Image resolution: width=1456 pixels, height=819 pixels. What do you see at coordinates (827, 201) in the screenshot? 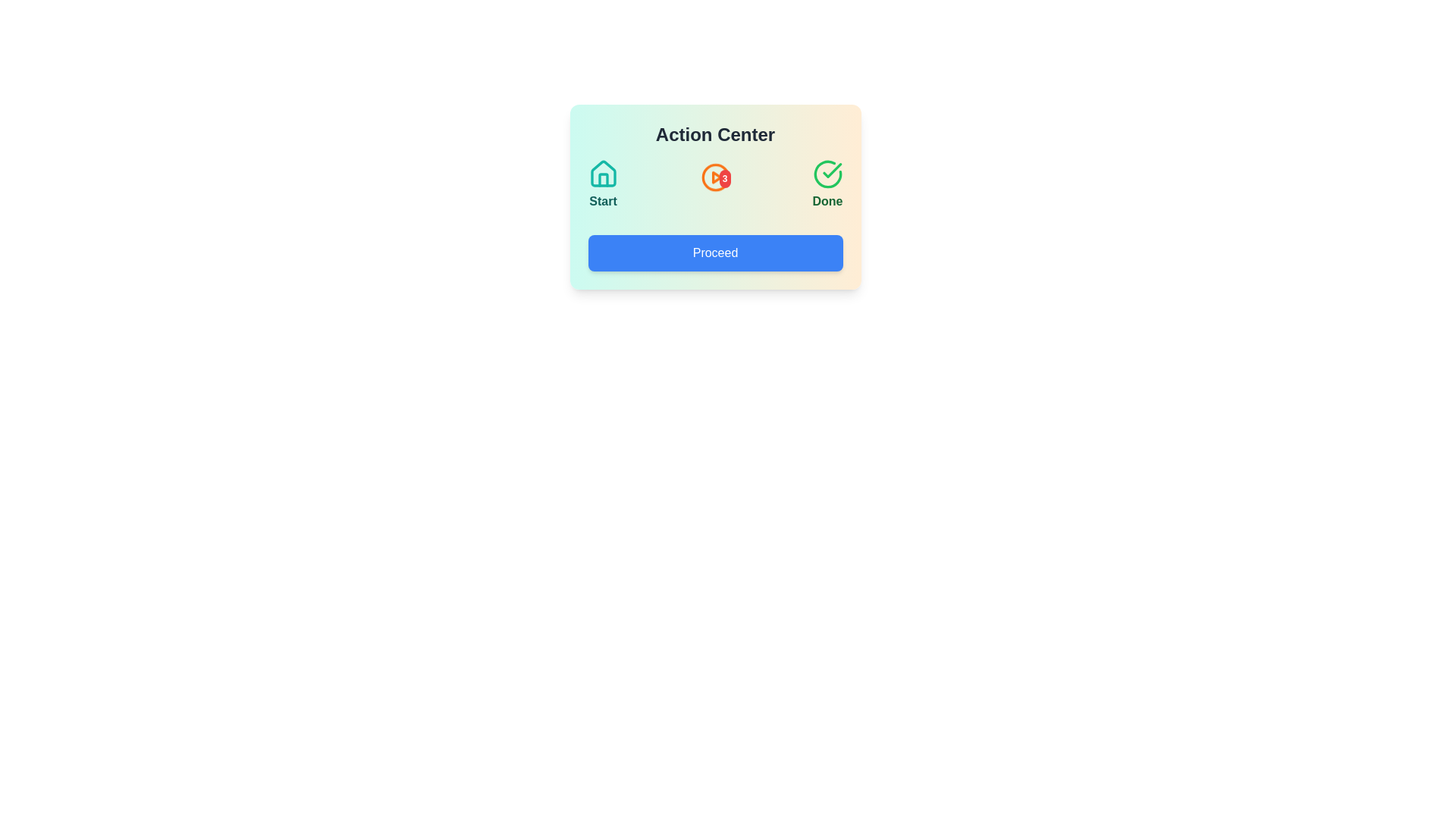
I see `the non-interactive text label indicating the status 'Done', which is located beneath a green checkmark icon in the top-right quadrant of the interface` at bounding box center [827, 201].